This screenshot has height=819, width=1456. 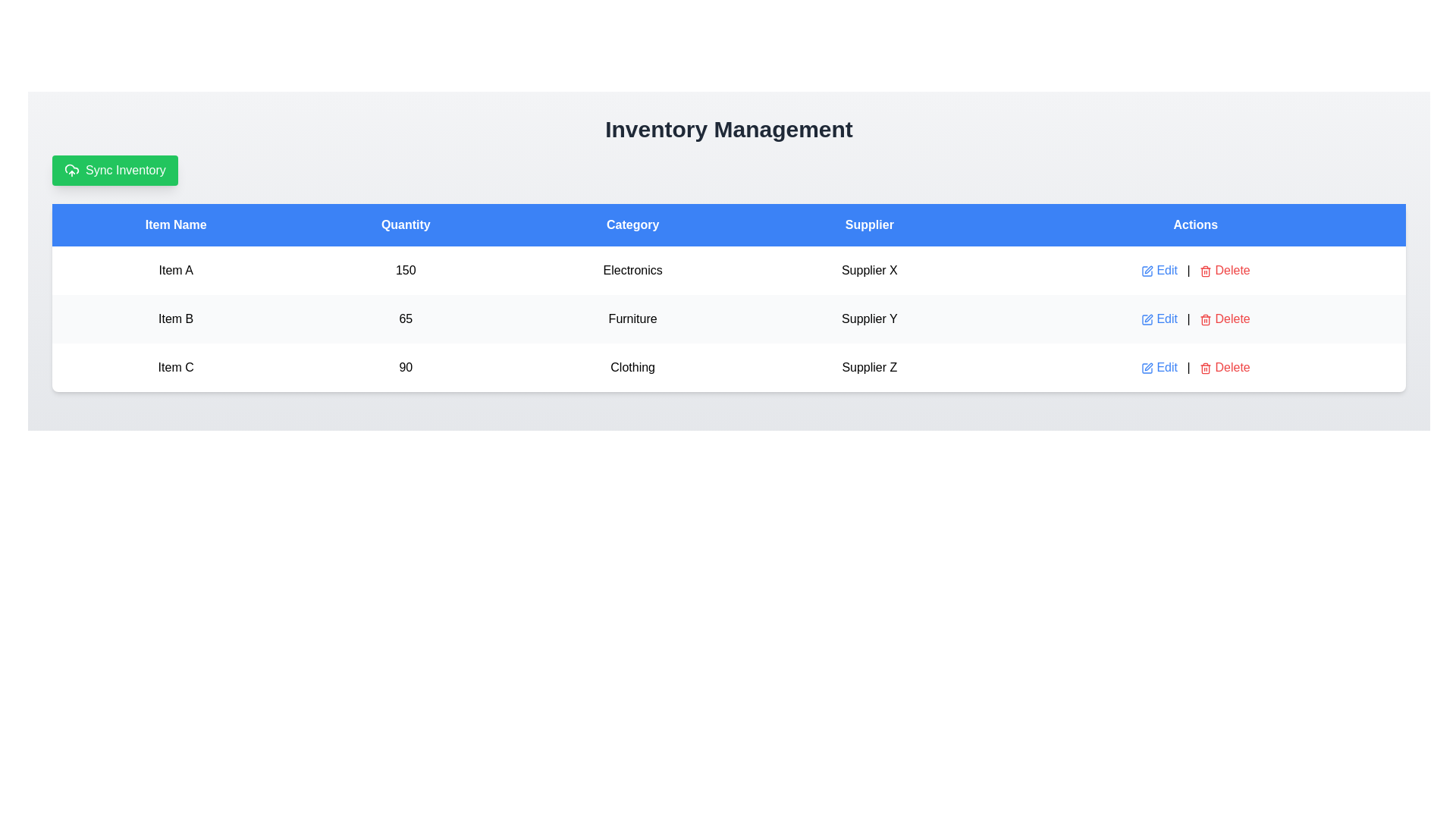 I want to click on the centrally-aligned text displaying '90' in bold black font, located in the 'Quantity' column of the 'Item C' row, so click(x=406, y=368).